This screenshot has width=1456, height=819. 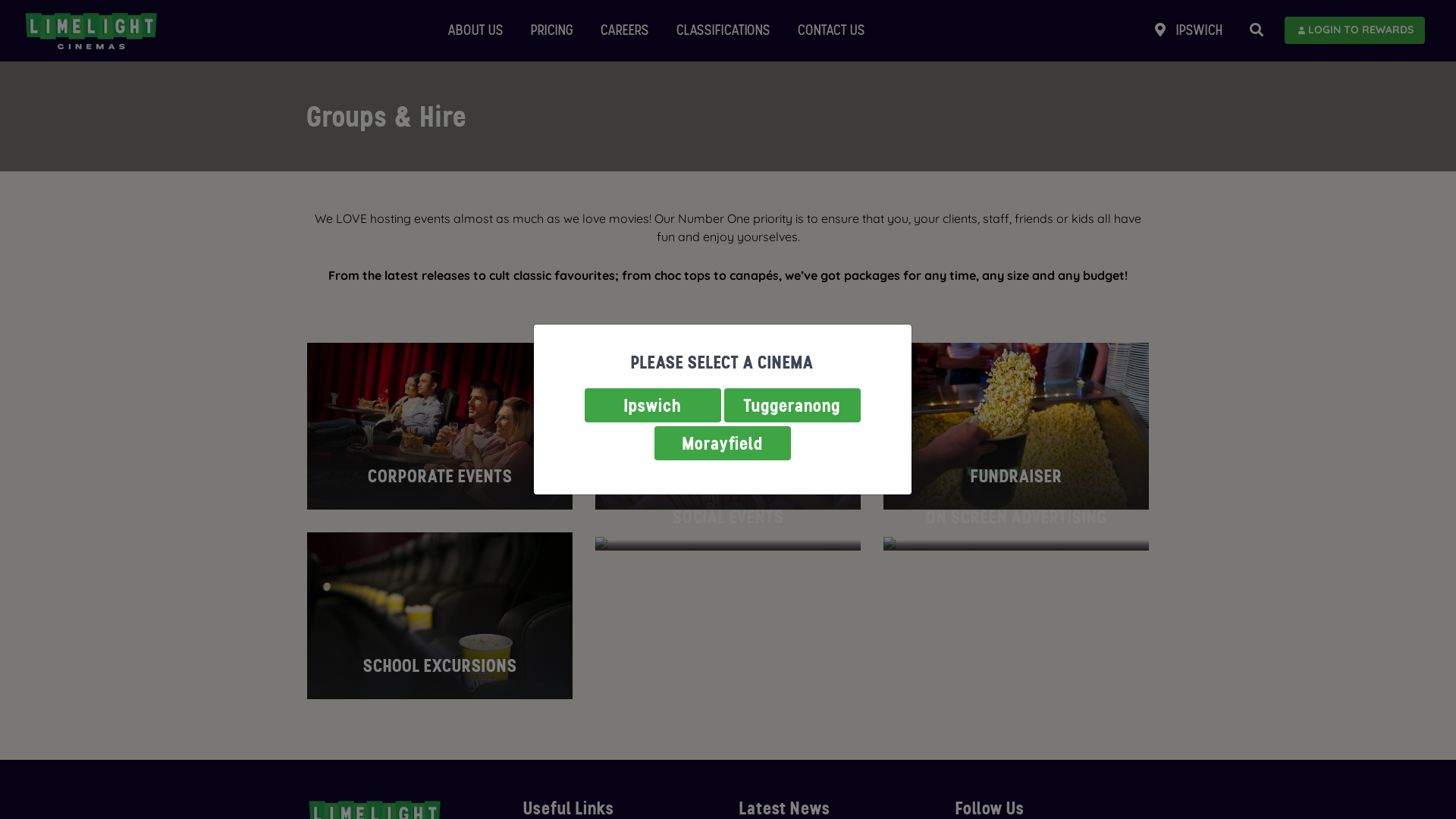 What do you see at coordinates (439, 426) in the screenshot?
I see `'CORPORATE EVENTS'` at bounding box center [439, 426].